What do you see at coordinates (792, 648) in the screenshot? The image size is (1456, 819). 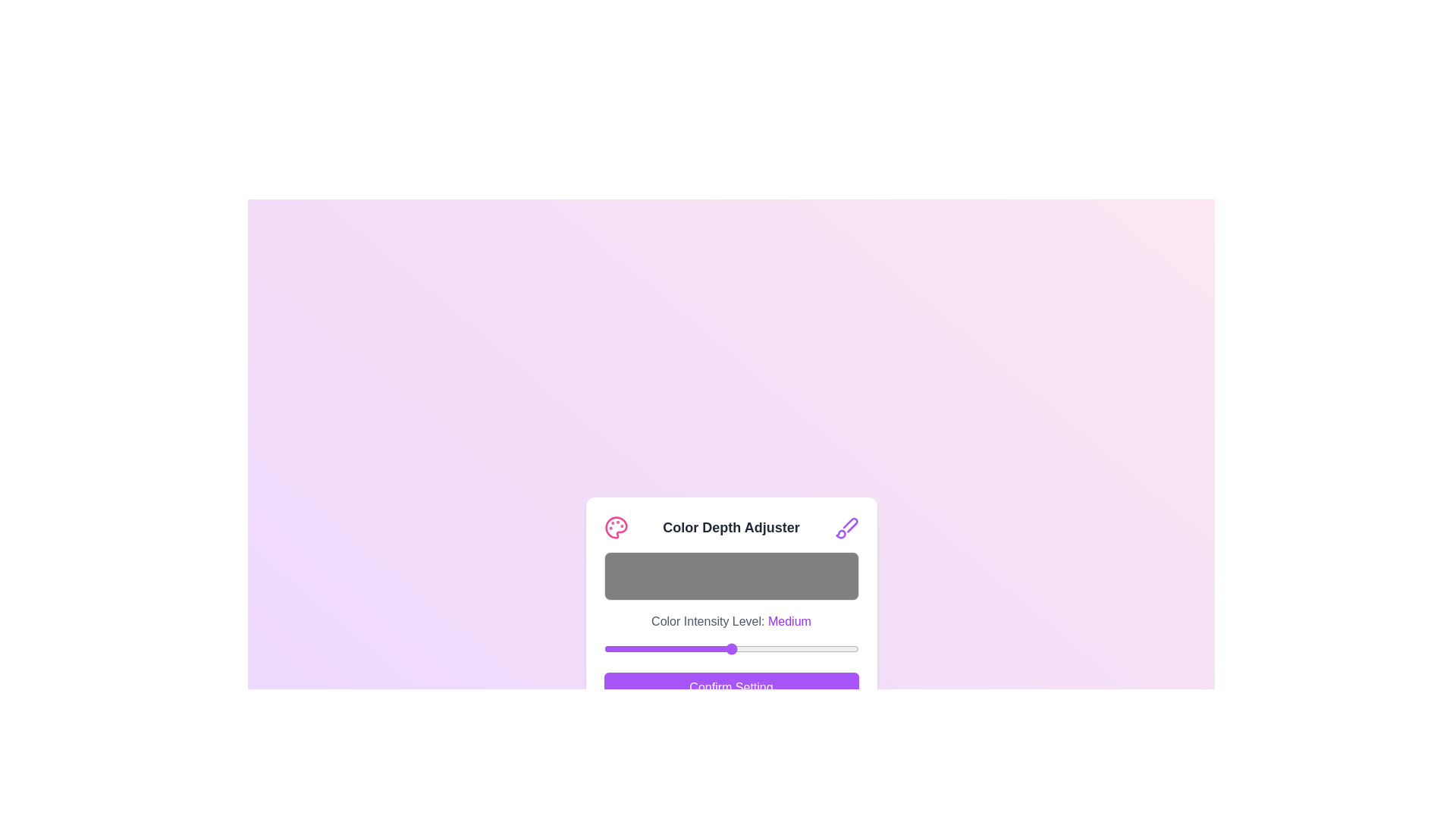 I see `the color intensity slider to 190 where 190 is a value between 0 and 255` at bounding box center [792, 648].